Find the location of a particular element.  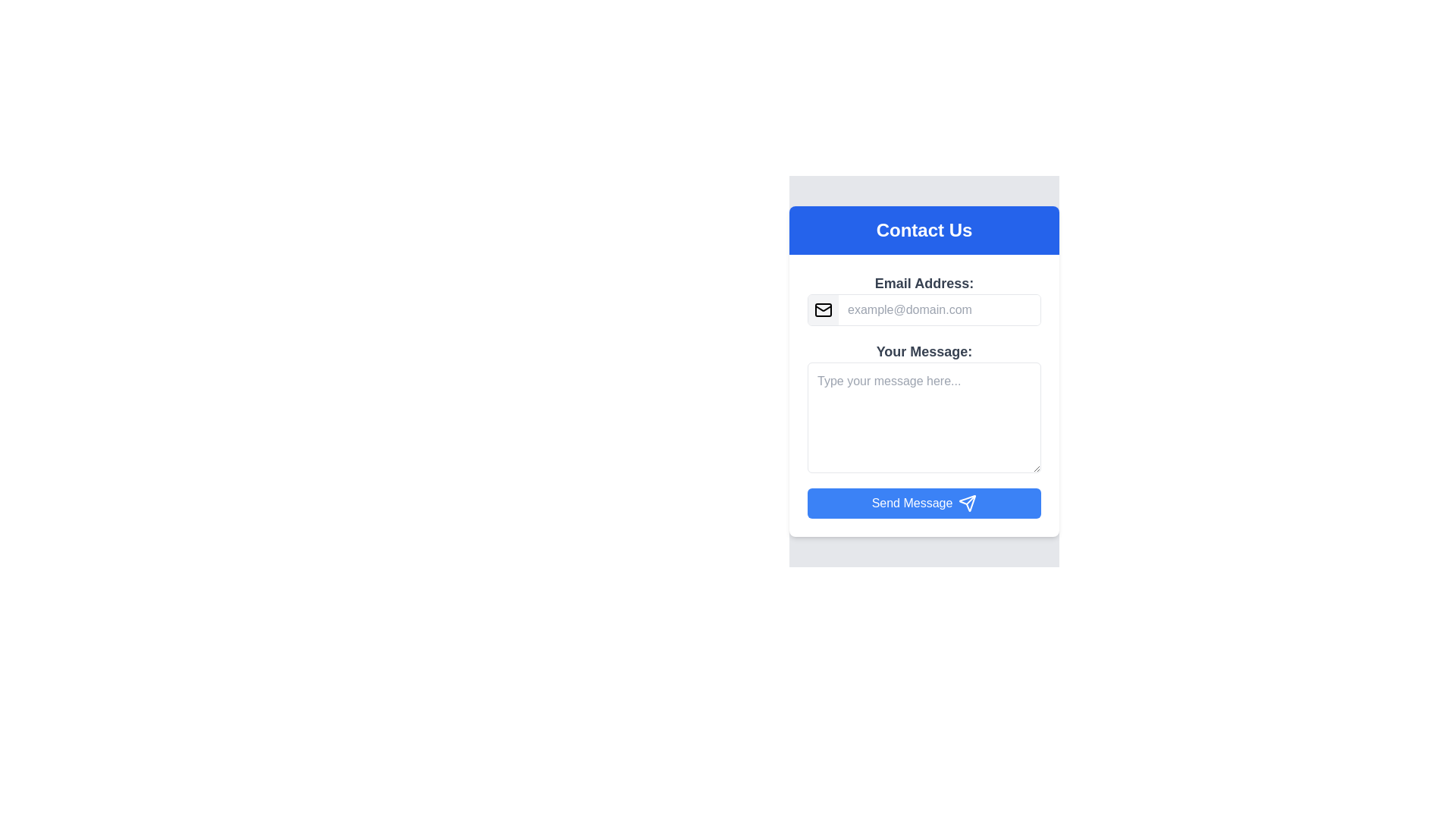

the email icon, which is an SVG representation of an envelope located to the left of the 'Email Address:' input field in the 'Contact Us' form section is located at coordinates (822, 309).